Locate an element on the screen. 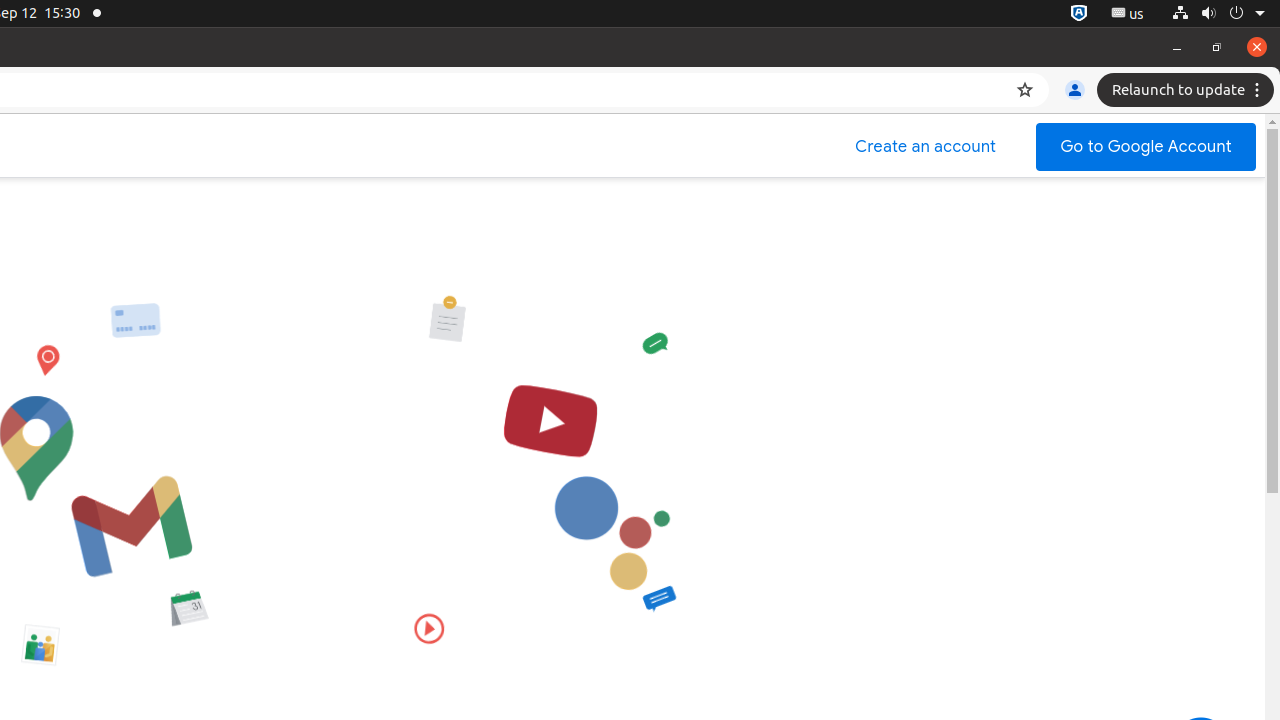 The width and height of the screenshot is (1280, 720). 'System' is located at coordinates (1217, 13).